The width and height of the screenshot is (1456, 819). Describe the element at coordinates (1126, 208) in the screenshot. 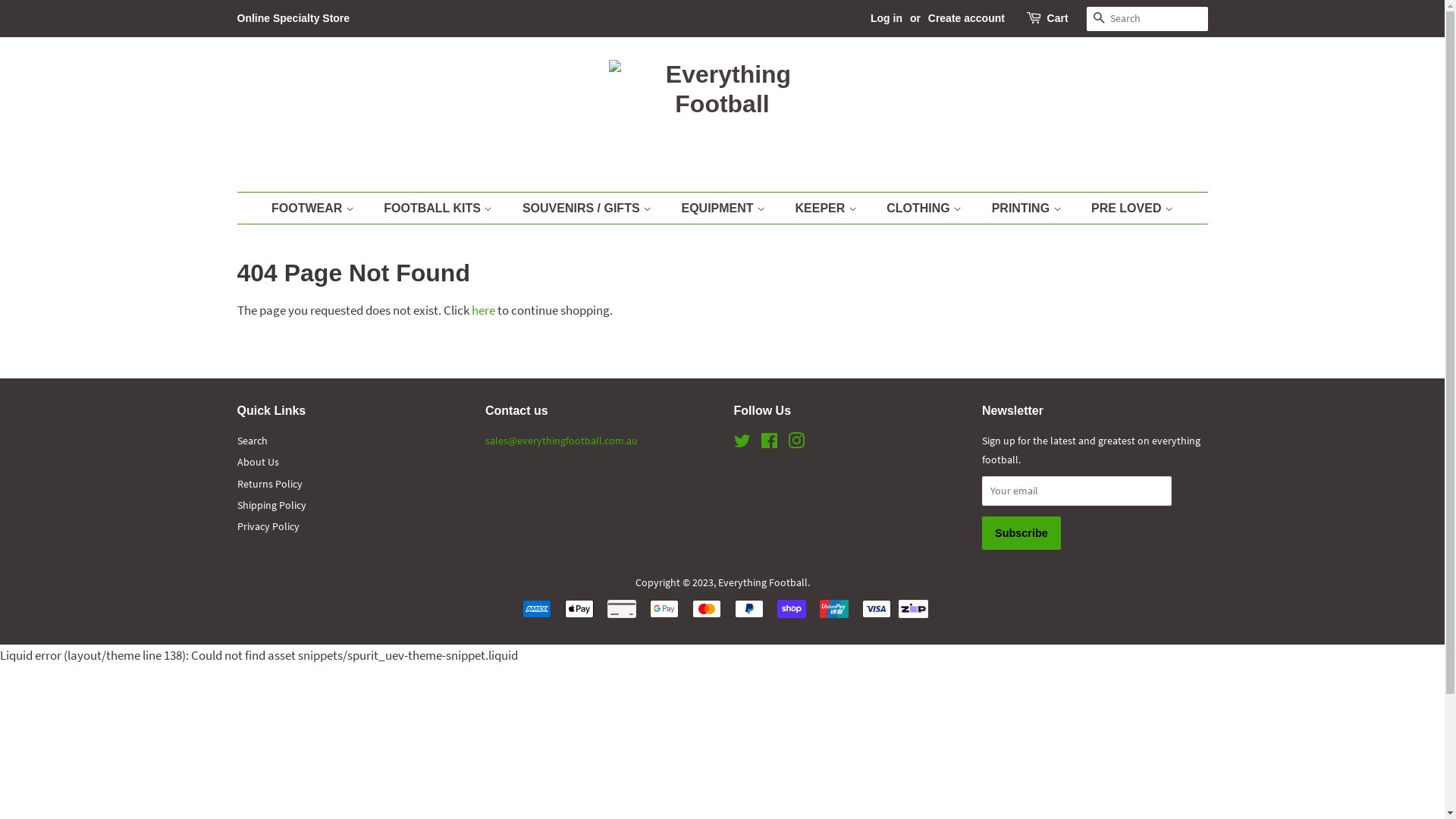

I see `'PRE LOVED'` at that location.